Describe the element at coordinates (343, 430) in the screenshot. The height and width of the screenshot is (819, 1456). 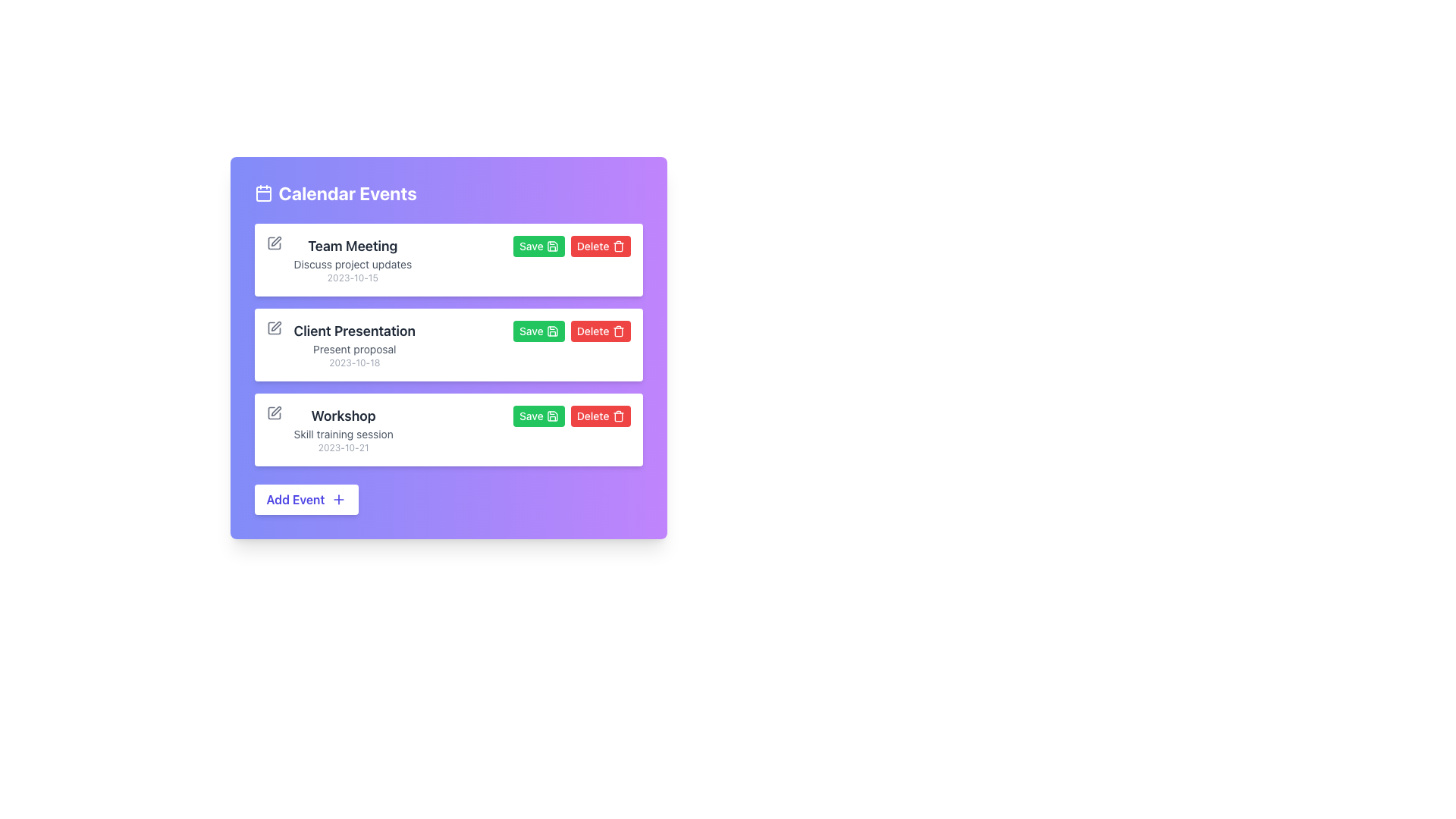
I see `the Static Text Block displaying the title, description, and date for the 'Workshop' event, which is located in the third event card of the 'Calendar Events' section` at that location.